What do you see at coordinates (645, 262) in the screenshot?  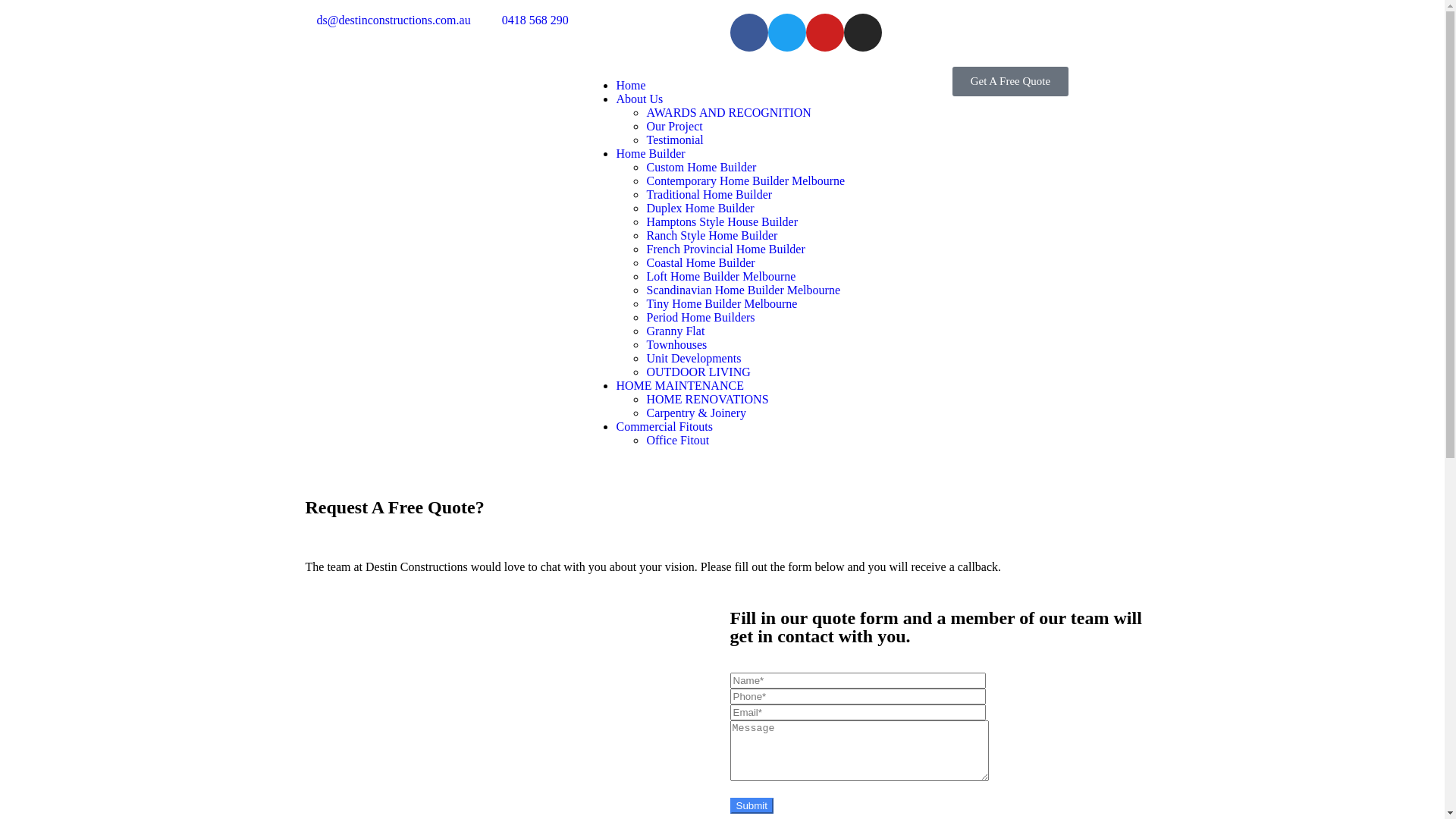 I see `'Coastal Home Builder'` at bounding box center [645, 262].